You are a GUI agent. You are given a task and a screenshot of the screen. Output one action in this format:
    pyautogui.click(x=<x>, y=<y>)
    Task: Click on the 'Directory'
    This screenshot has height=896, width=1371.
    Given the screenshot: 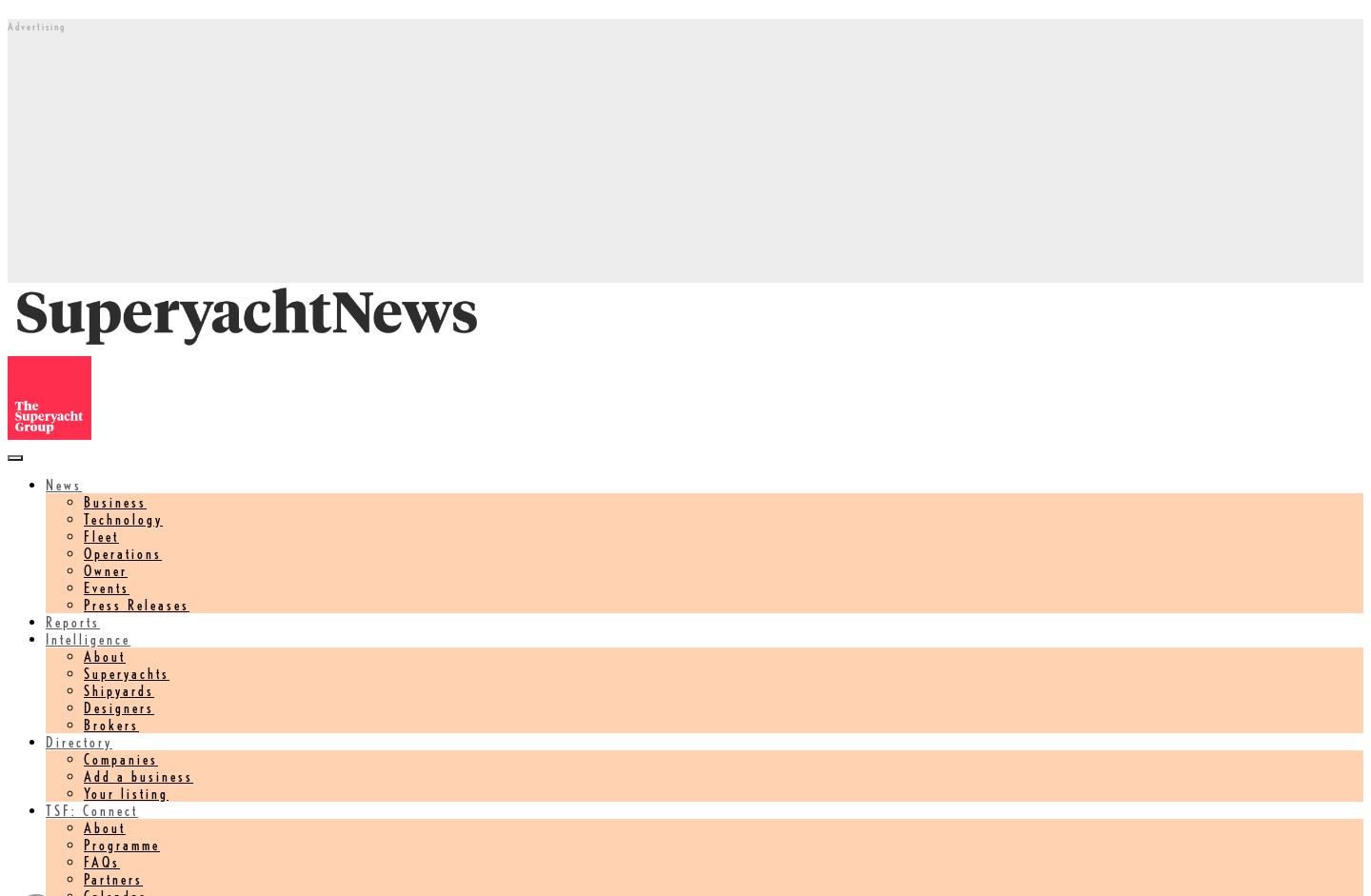 What is the action you would take?
    pyautogui.click(x=78, y=741)
    